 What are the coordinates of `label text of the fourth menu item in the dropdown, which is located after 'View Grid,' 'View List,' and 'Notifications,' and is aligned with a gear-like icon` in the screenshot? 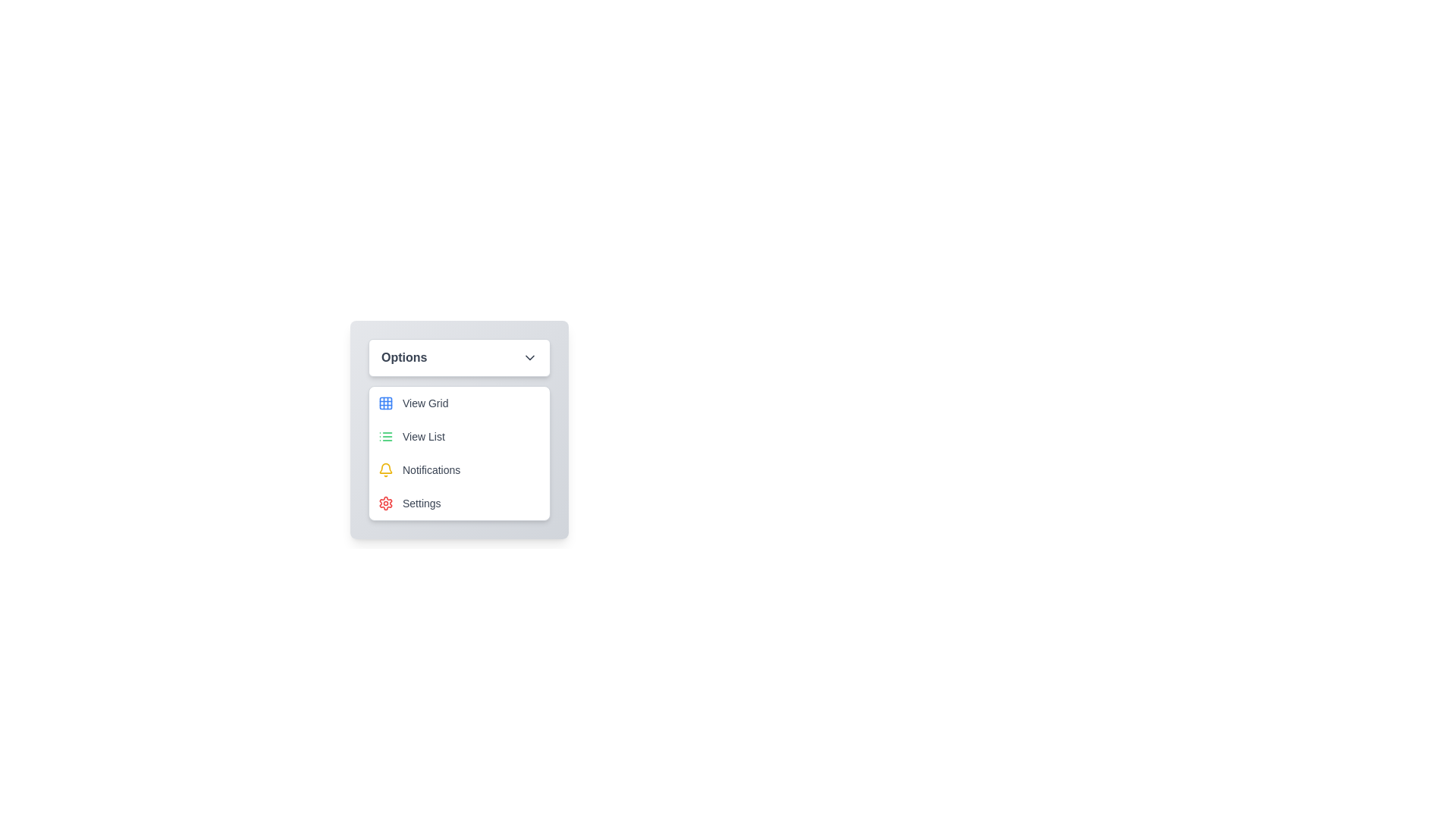 It's located at (422, 503).